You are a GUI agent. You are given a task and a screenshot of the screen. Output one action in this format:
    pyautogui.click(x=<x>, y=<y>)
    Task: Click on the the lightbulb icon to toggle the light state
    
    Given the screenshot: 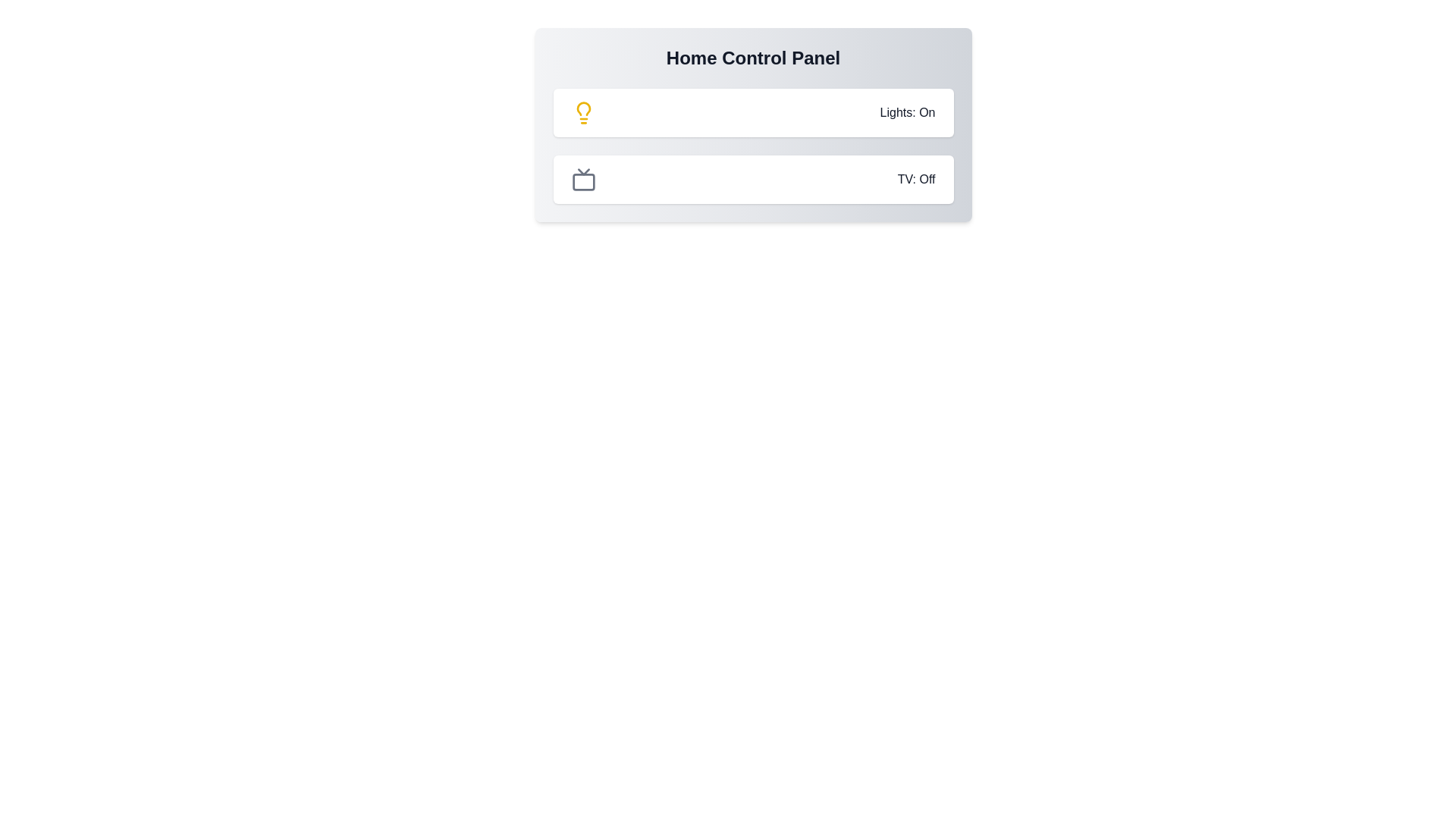 What is the action you would take?
    pyautogui.click(x=582, y=112)
    